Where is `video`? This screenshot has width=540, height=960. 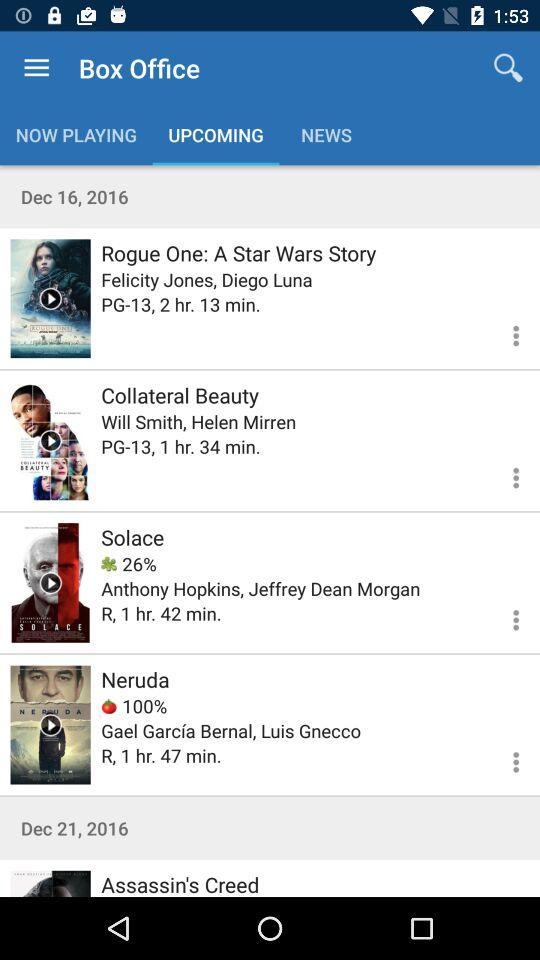
video is located at coordinates (50, 582).